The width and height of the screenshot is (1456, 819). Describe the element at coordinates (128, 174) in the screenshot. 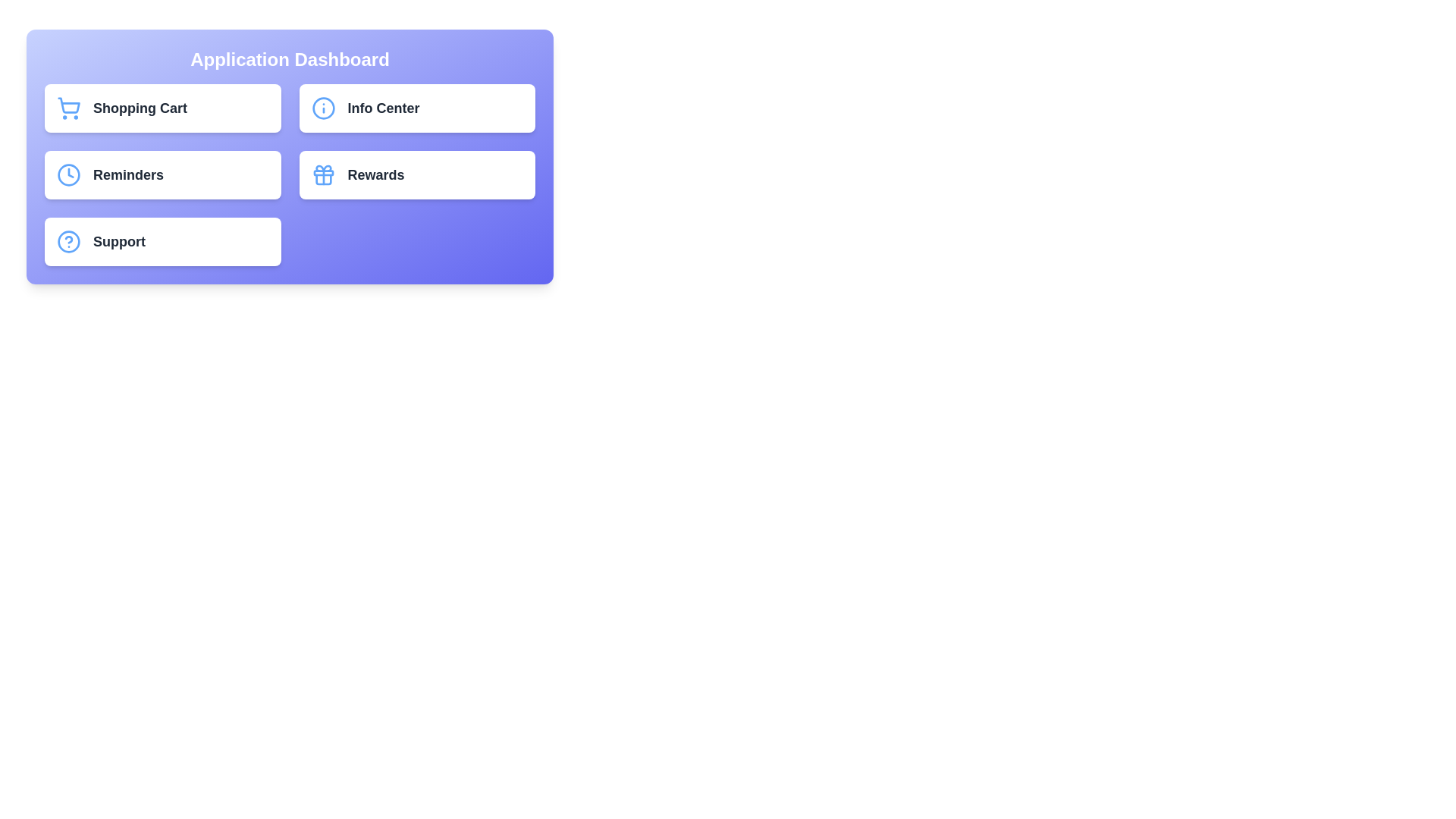

I see `the bold text label containing the word 'Reminders'` at that location.